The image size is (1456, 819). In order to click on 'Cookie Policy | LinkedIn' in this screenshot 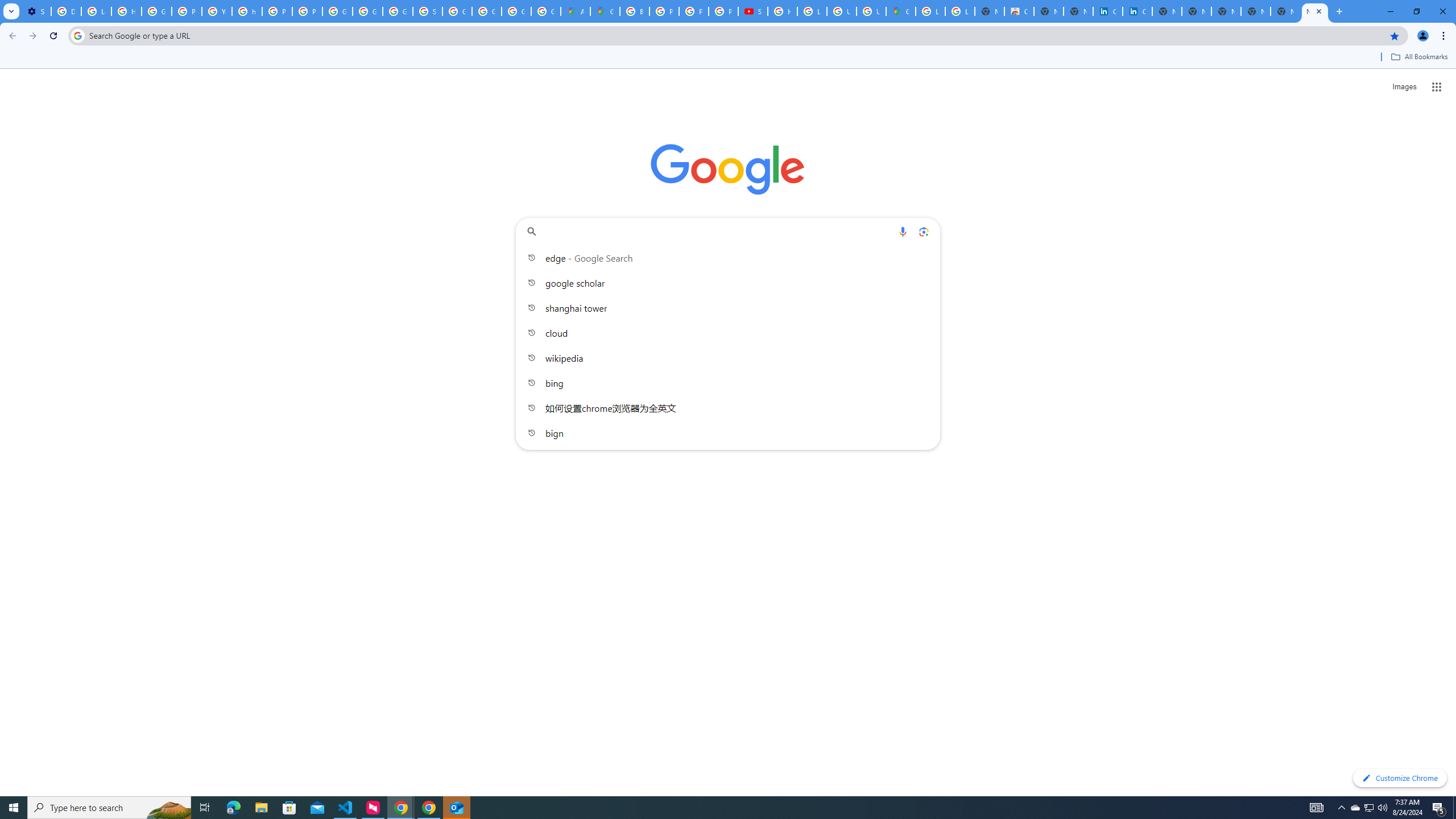, I will do `click(1108, 11)`.